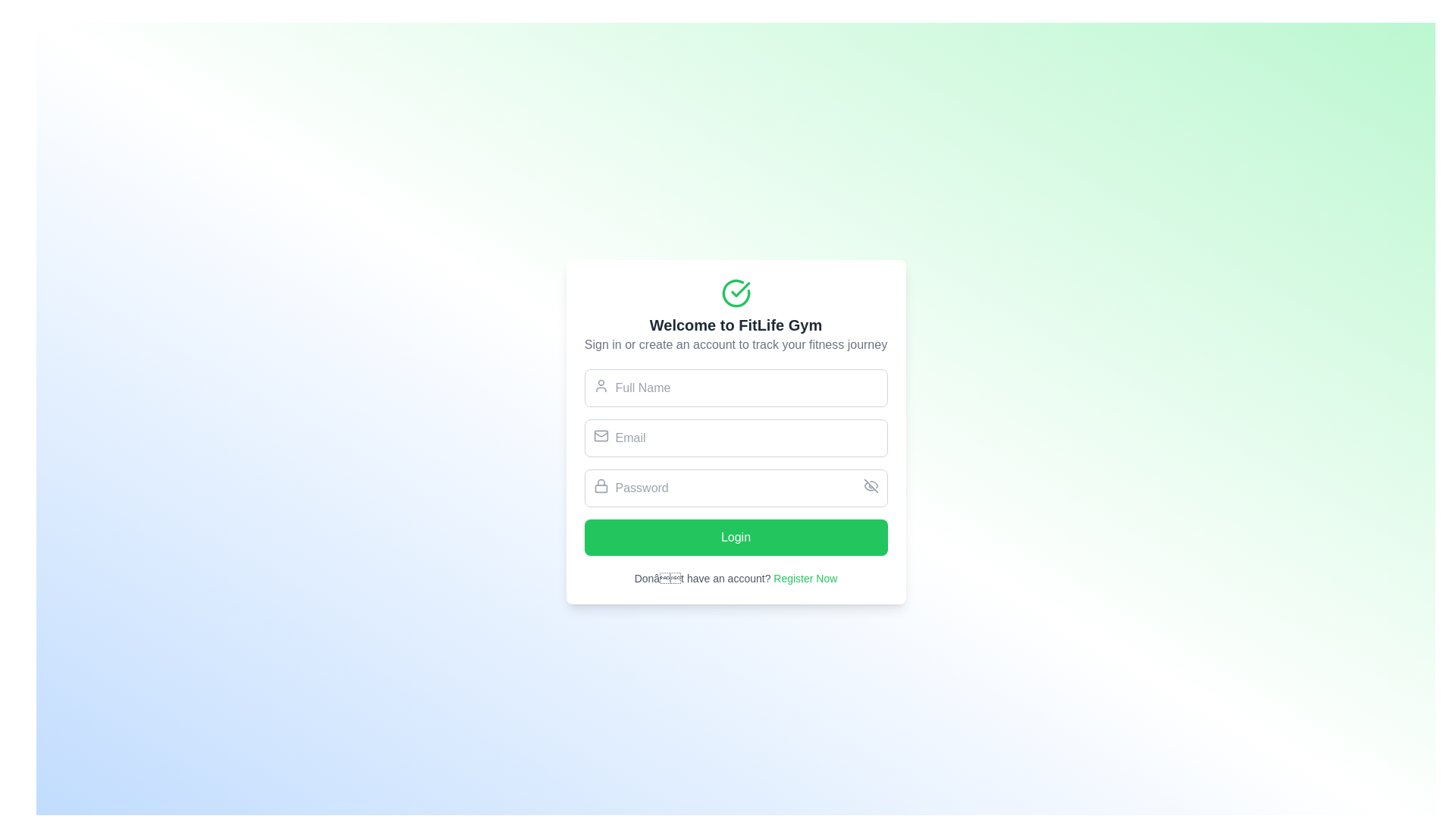  I want to click on the lock icon located inside the 'Password' text input field, which is represented by a black outline in a minimalist design, so click(600, 485).